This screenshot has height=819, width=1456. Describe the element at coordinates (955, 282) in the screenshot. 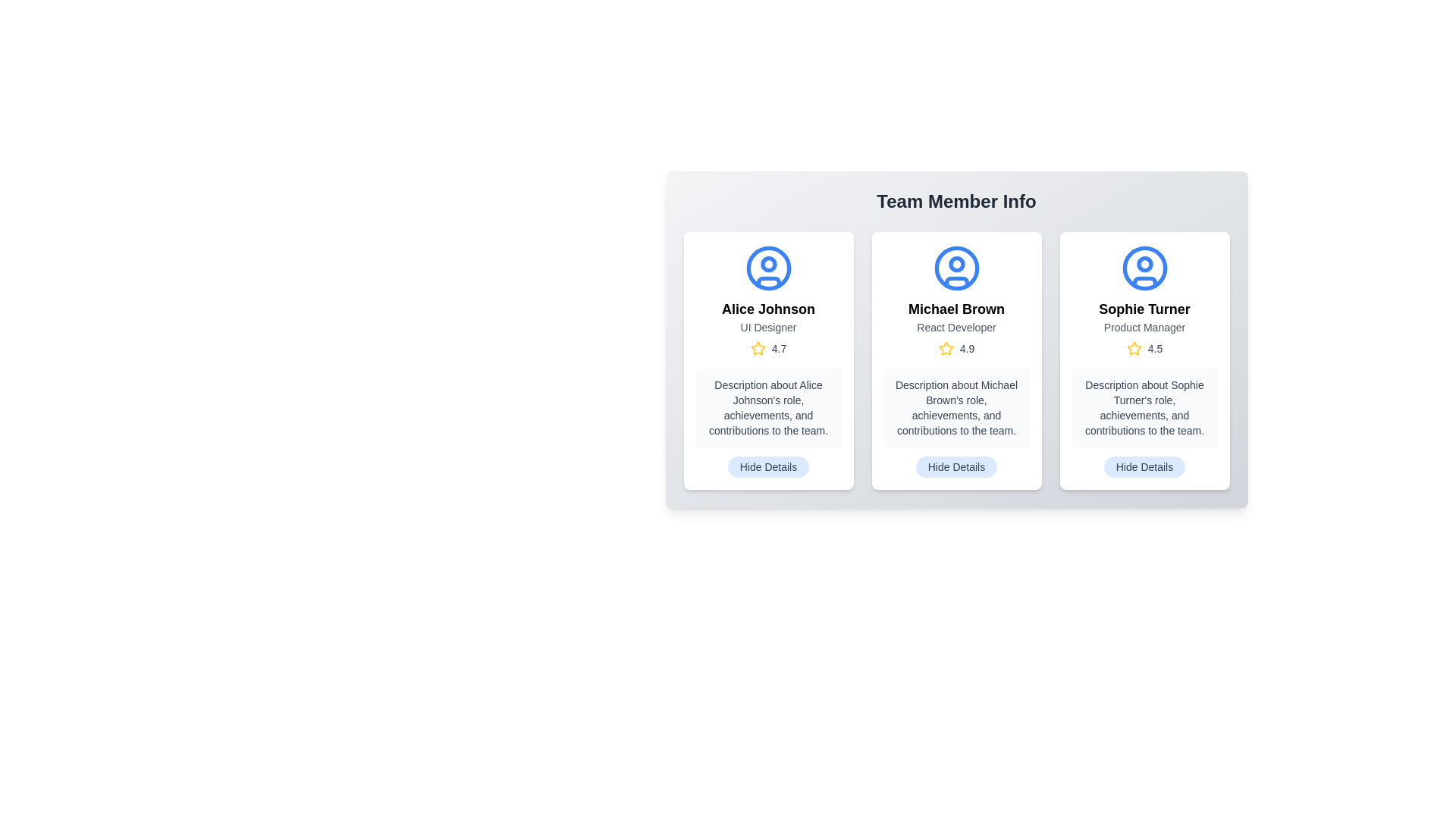

I see `the curved line at the bottom of the user profile icon in the 'Michael Brown' profile card, which is the middle card among three cards displayed` at that location.